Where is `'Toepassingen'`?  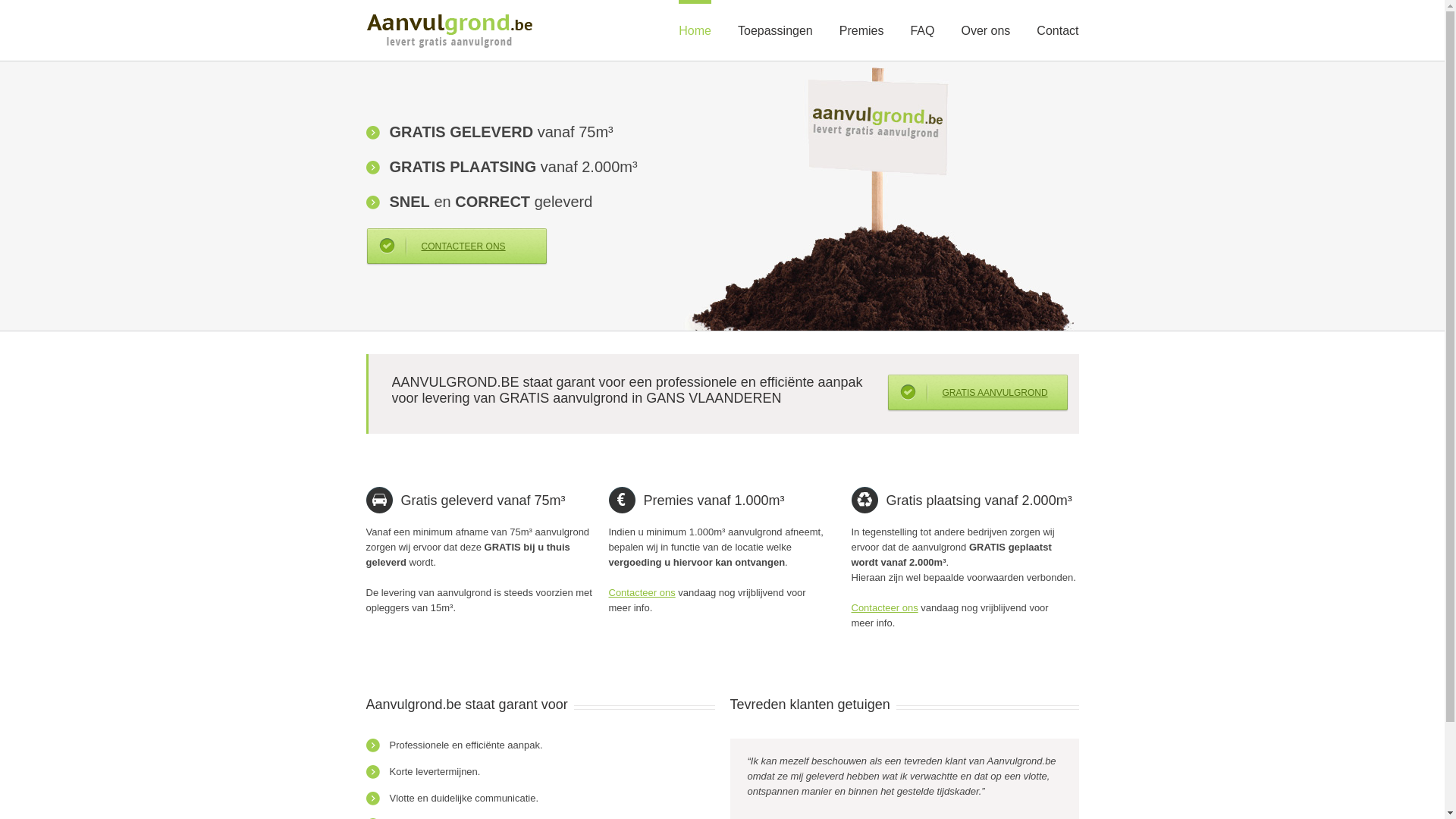 'Toepassingen' is located at coordinates (775, 18).